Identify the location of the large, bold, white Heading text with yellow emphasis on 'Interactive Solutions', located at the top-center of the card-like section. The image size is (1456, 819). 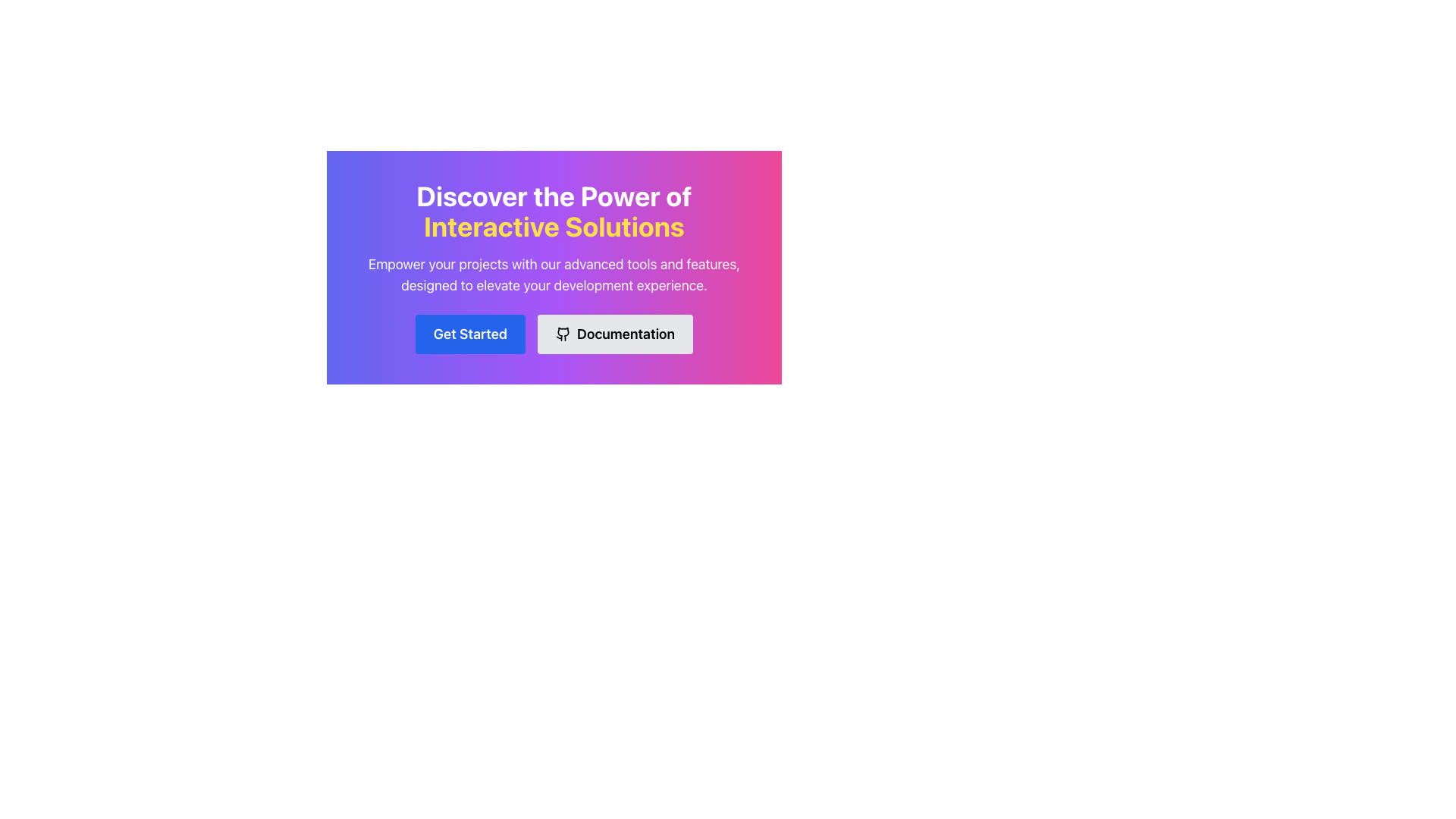
(553, 211).